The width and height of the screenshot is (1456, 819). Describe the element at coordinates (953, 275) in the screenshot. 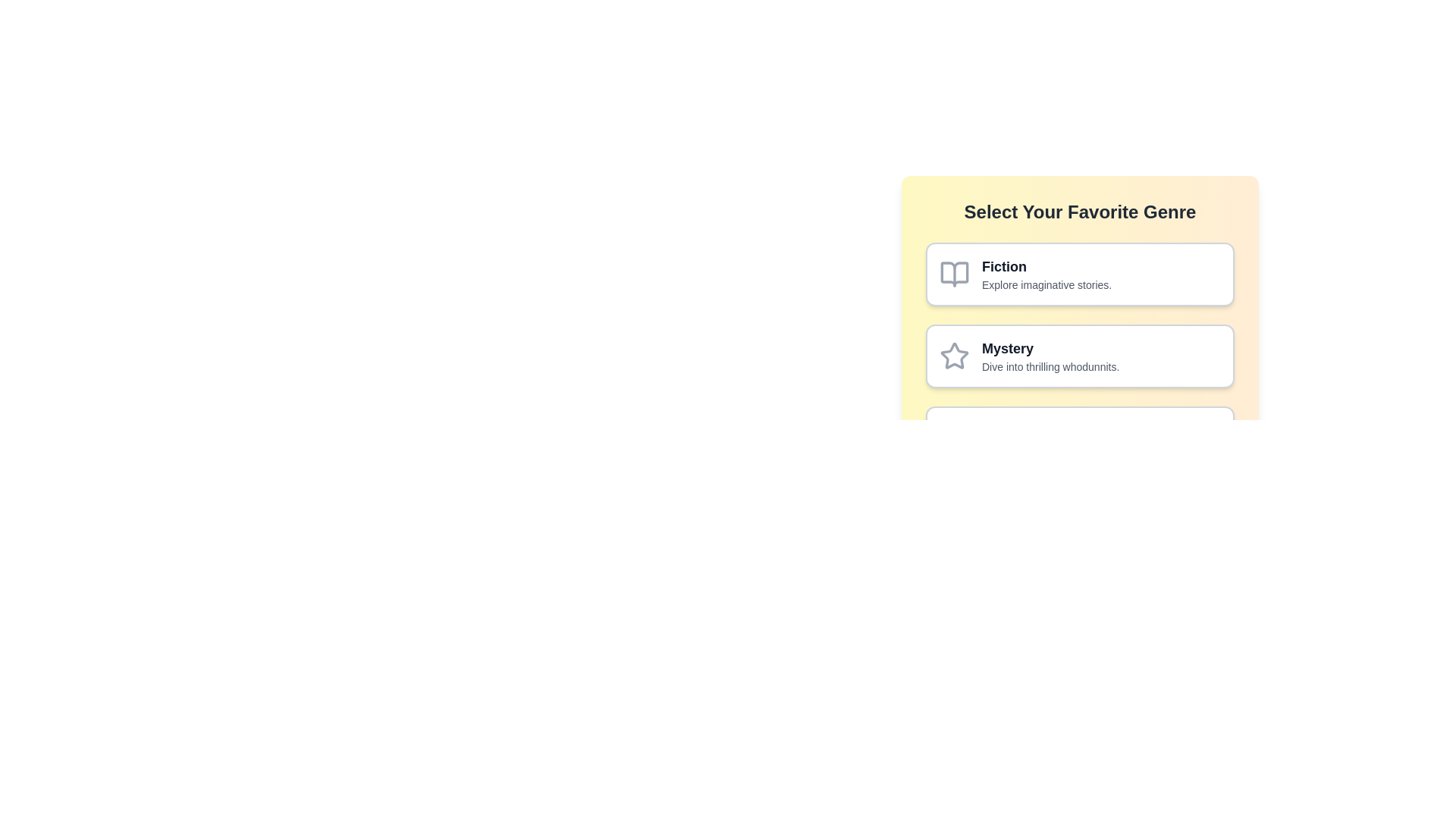

I see `the Decorative Icon representing the 'Fiction' category, which is positioned to the left of the label 'Fiction'` at that location.